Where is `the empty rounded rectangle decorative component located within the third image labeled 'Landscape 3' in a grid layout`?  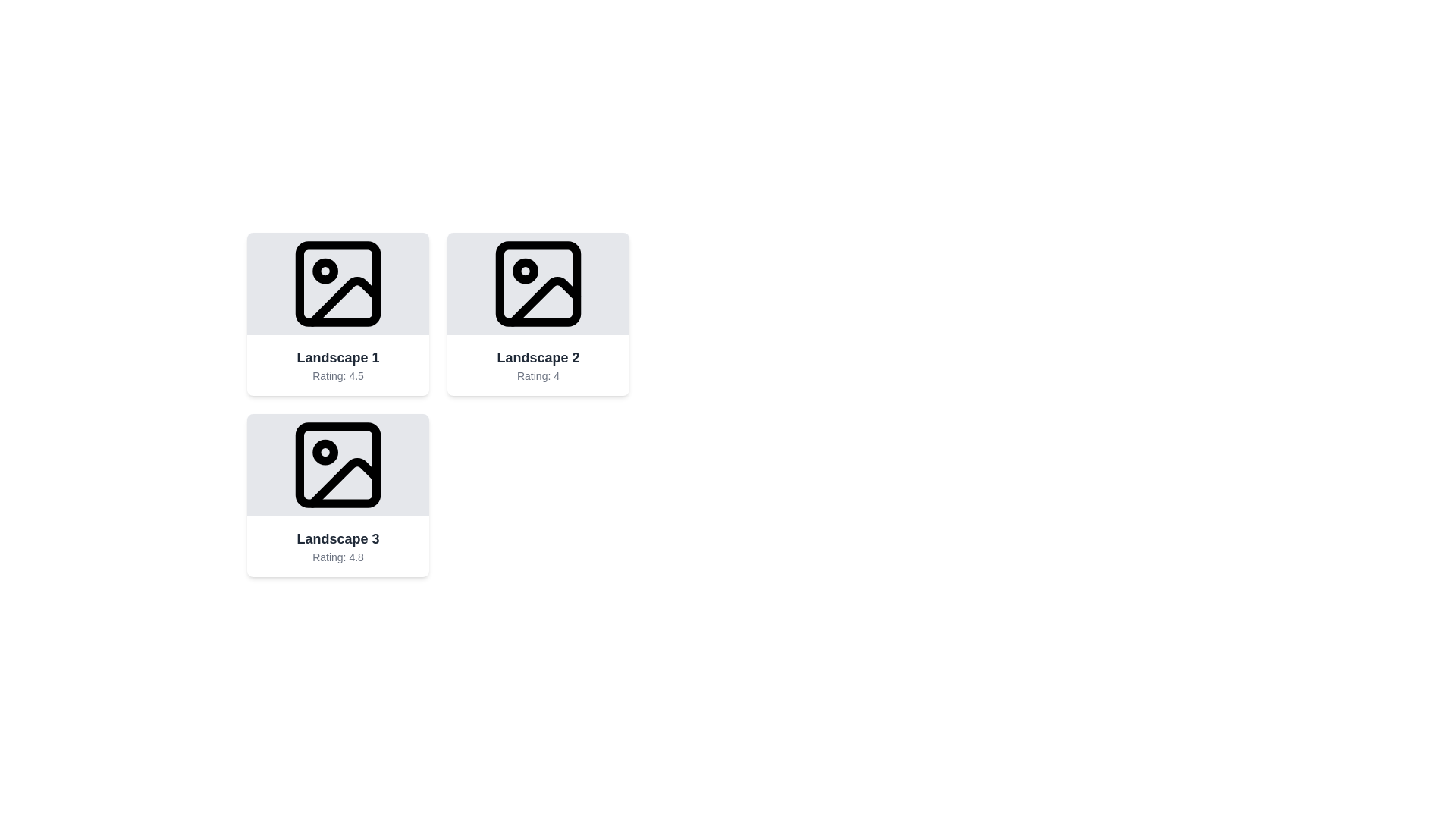
the empty rounded rectangle decorative component located within the third image labeled 'Landscape 3' in a grid layout is located at coordinates (337, 464).